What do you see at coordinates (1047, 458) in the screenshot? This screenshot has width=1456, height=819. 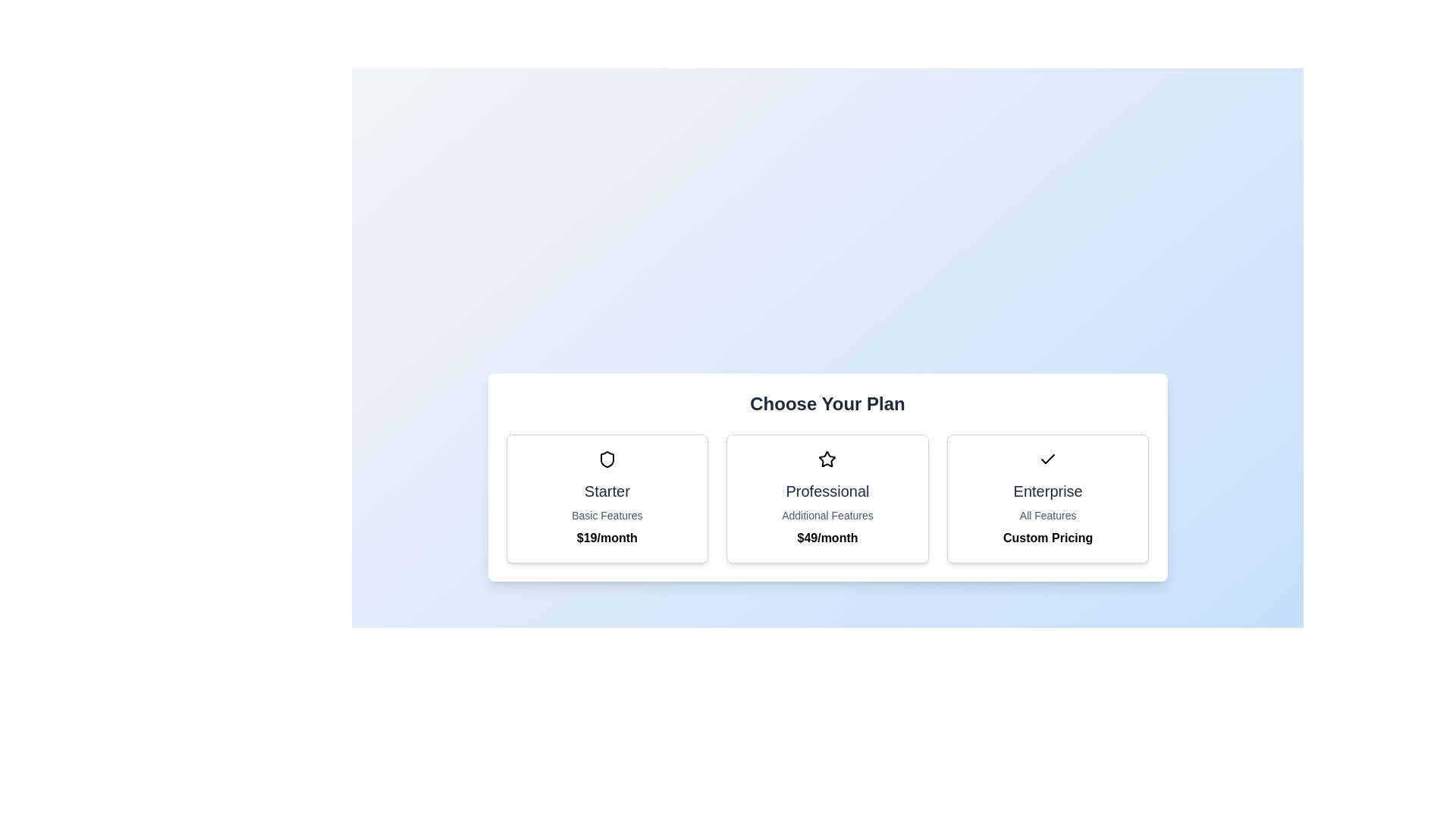 I see `the confirmation icon for the 'Enterprise' plan, which is located in the center of the third card labeled 'Enterprise'` at bounding box center [1047, 458].